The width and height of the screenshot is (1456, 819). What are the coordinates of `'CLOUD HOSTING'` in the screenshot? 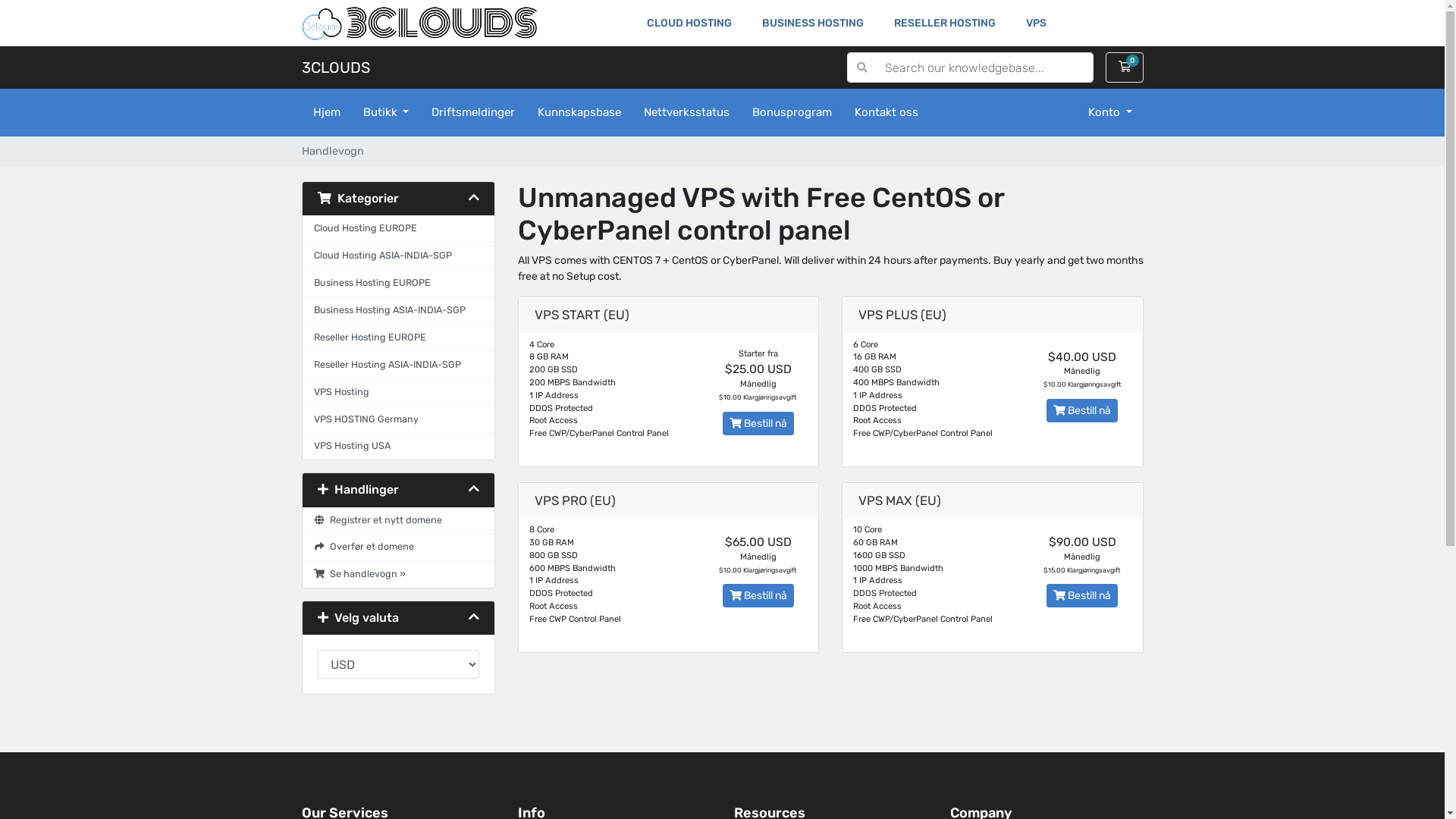 It's located at (688, 23).